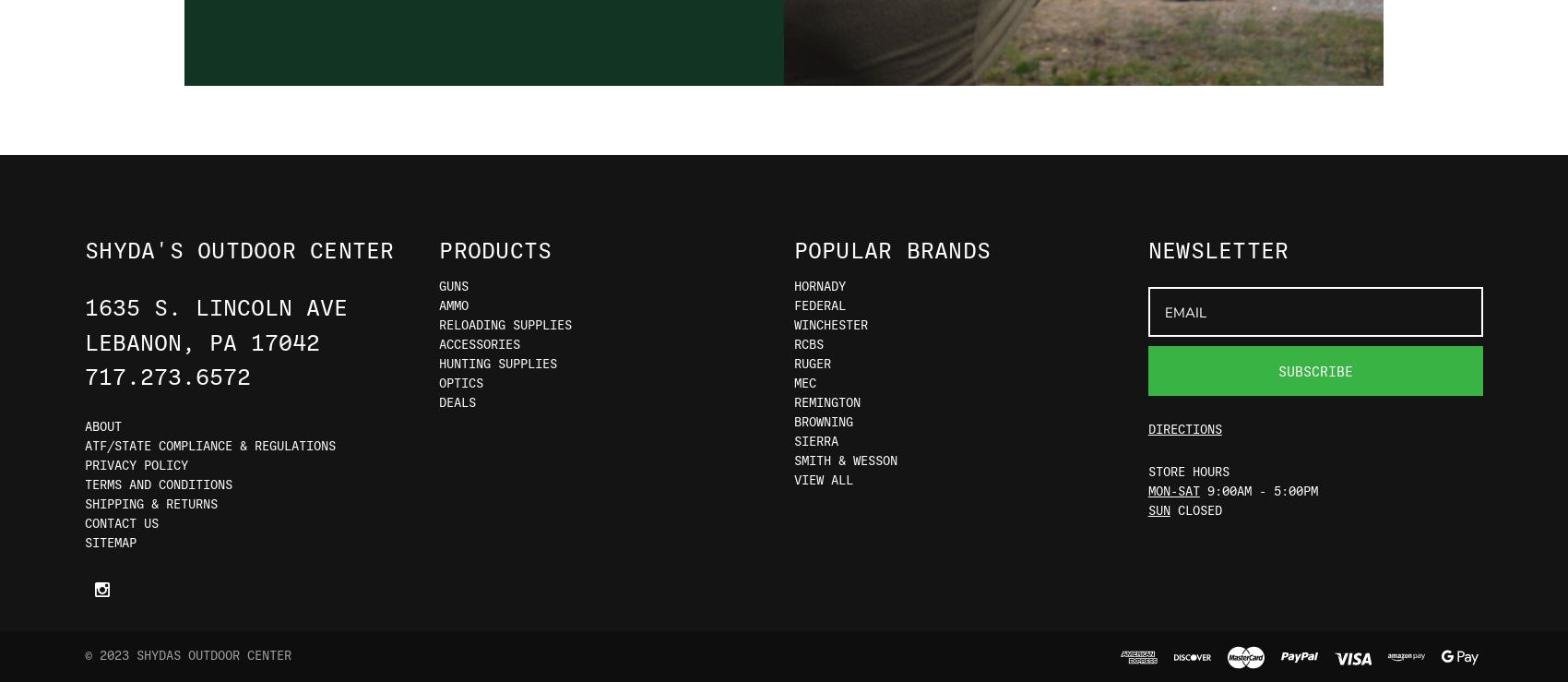 Image resolution: width=1568 pixels, height=682 pixels. Describe the element at coordinates (187, 653) in the screenshot. I see `'© 2023 Shydas Outdoor Center'` at that location.